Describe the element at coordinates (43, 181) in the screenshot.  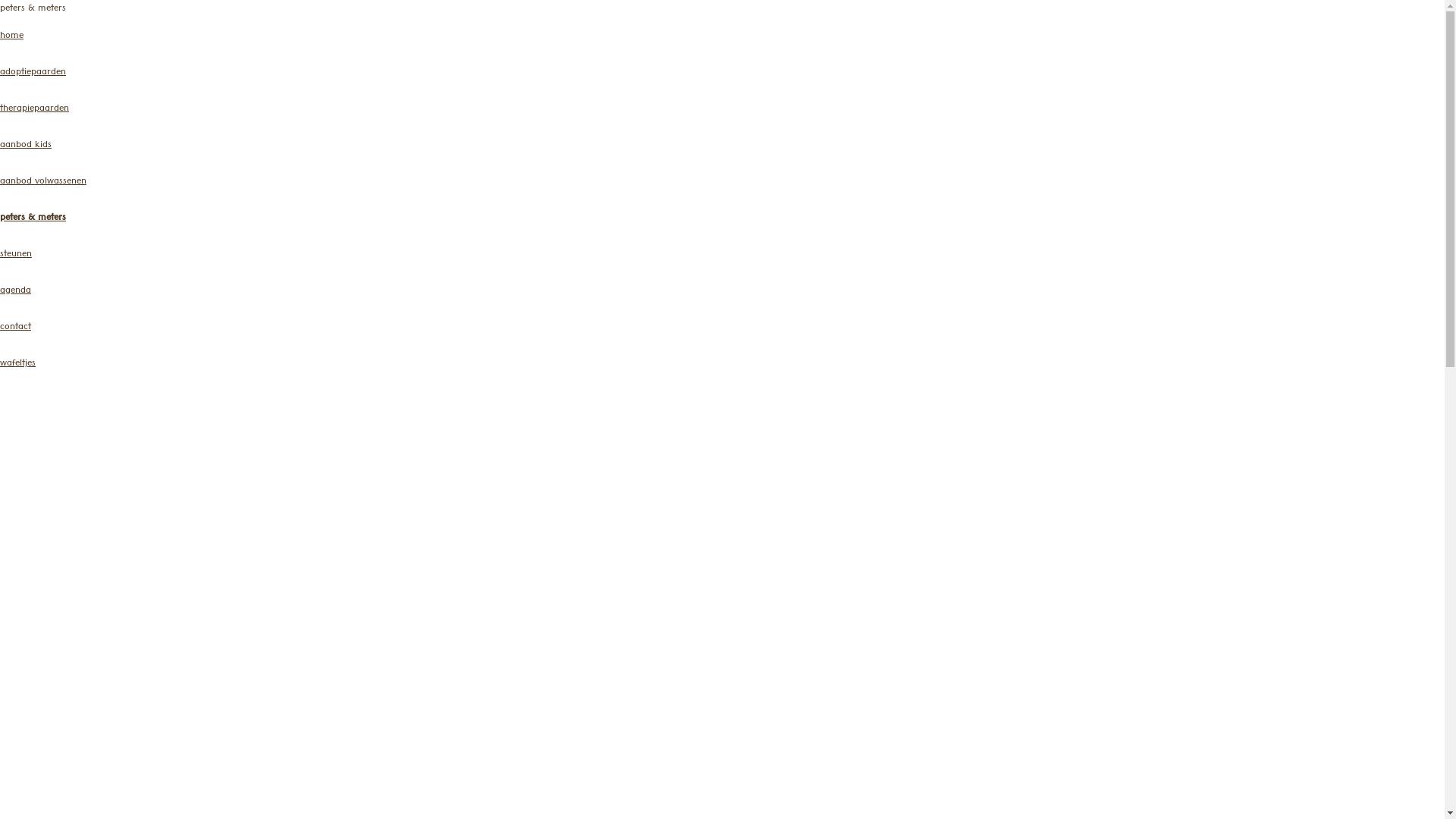
I see `'aanbod volwassenen'` at that location.